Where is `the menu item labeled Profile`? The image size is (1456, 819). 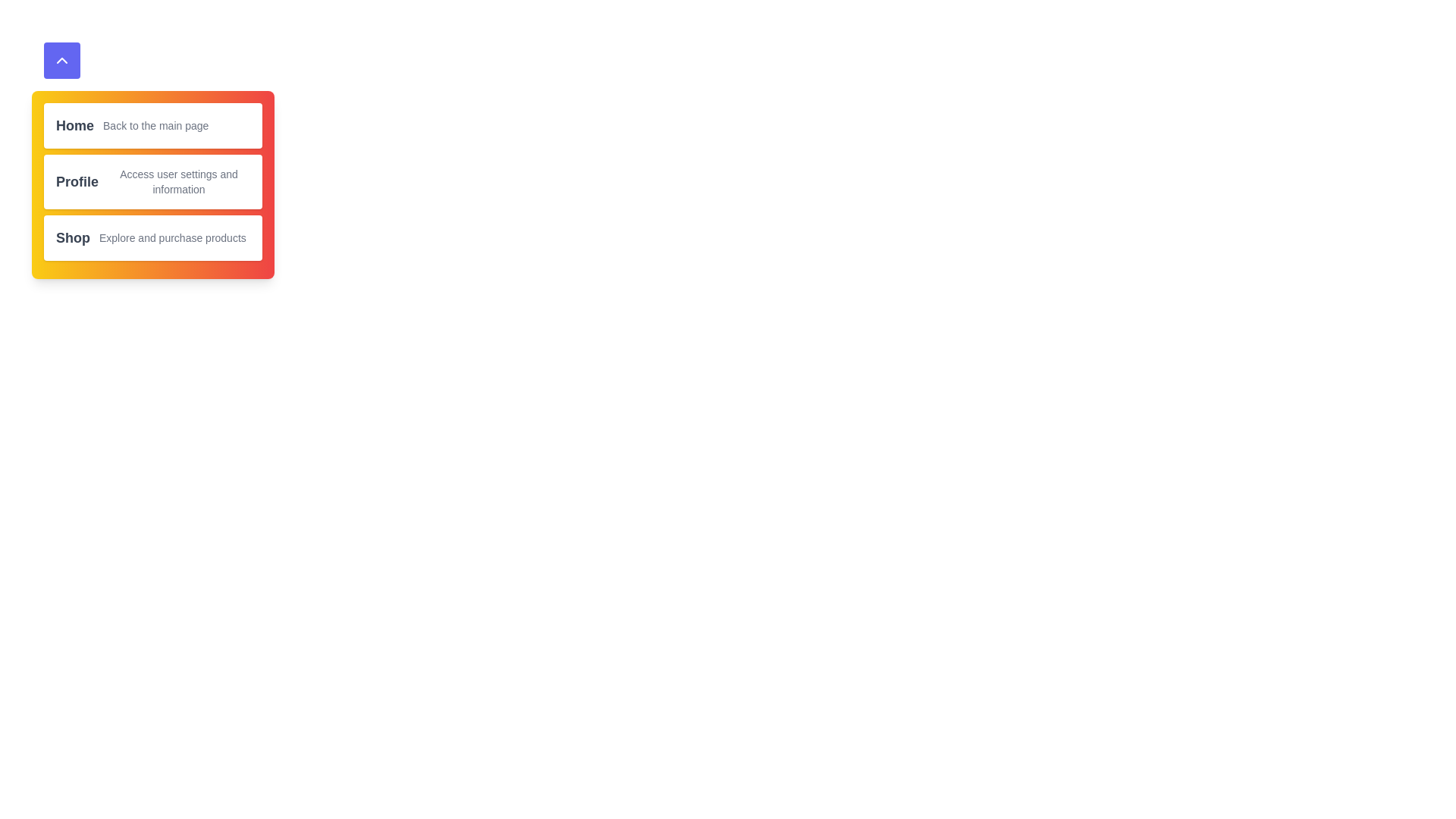
the menu item labeled Profile is located at coordinates (76, 180).